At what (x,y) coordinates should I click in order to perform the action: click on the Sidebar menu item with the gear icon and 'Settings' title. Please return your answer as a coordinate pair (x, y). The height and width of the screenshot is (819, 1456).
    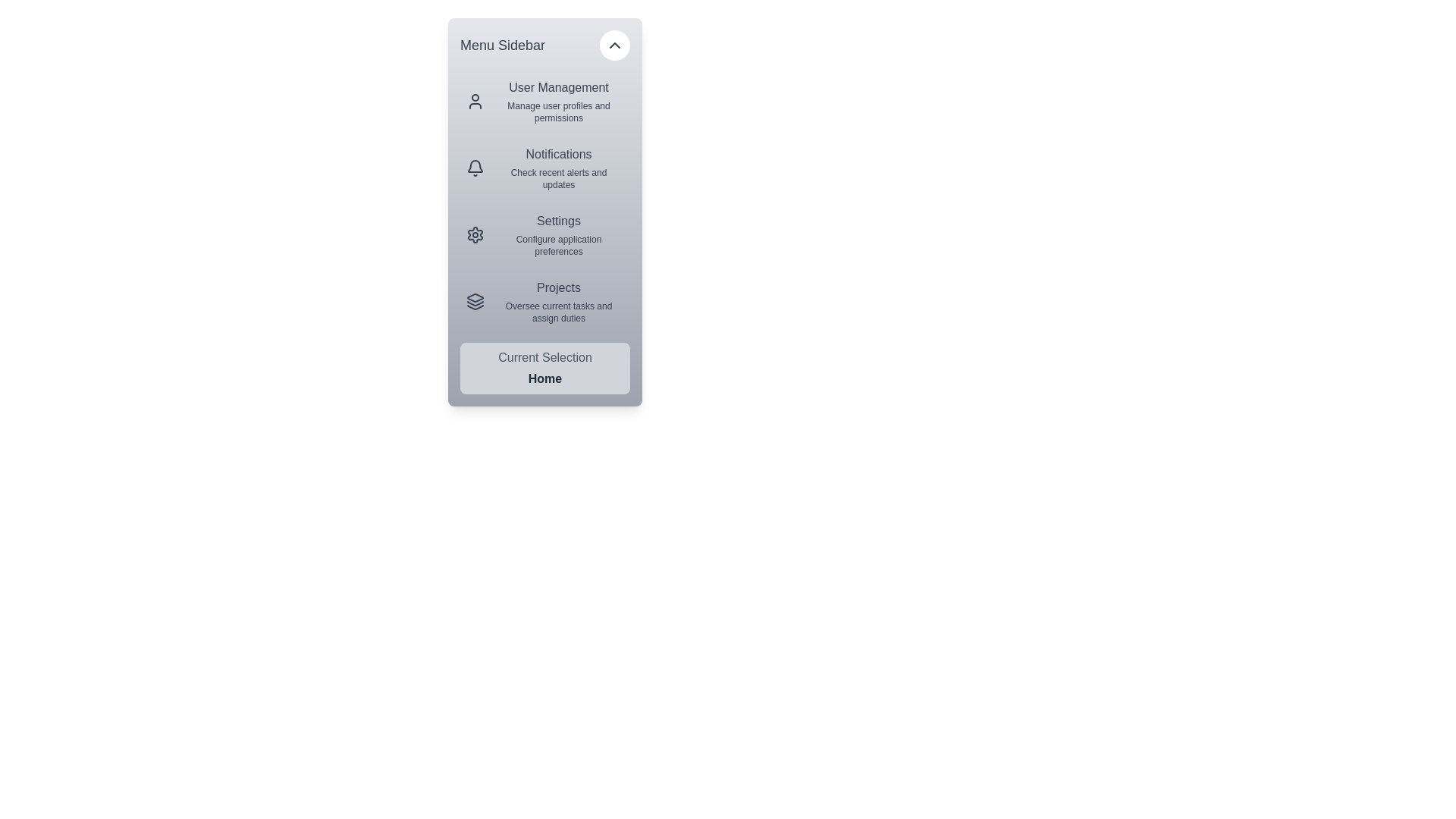
    Looking at the image, I should click on (545, 234).